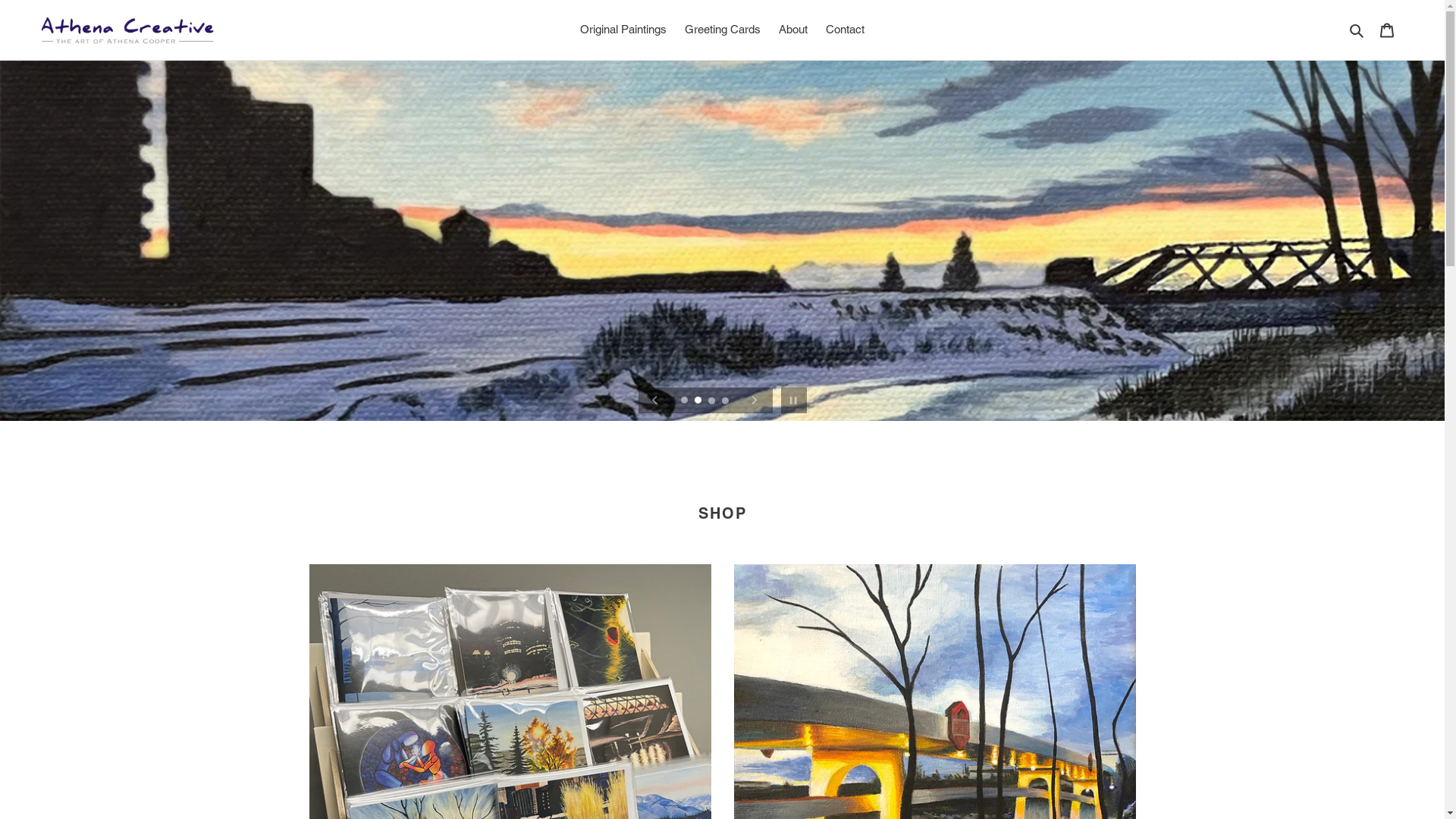 The image size is (1456, 819). Describe the element at coordinates (792, 30) in the screenshot. I see `'About'` at that location.